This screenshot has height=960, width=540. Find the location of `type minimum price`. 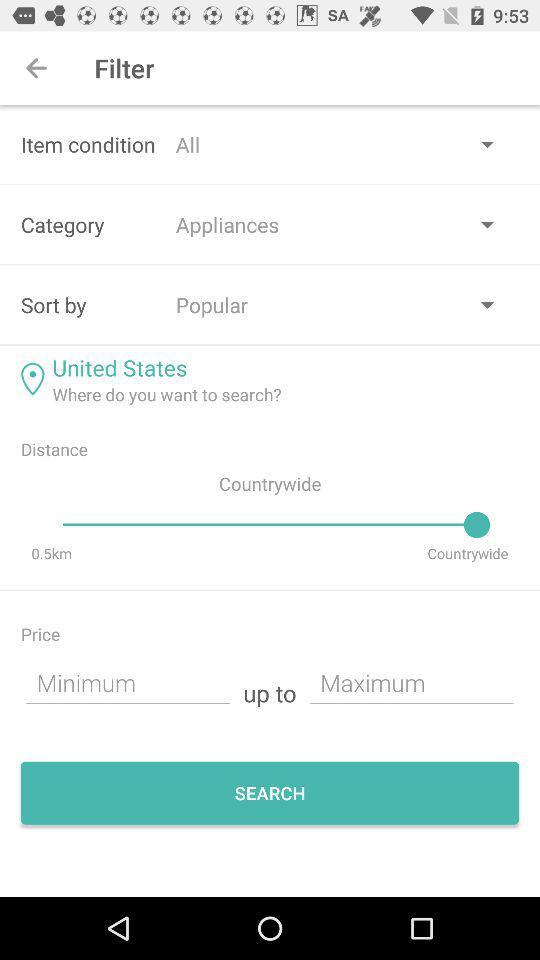

type minimum price is located at coordinates (128, 682).